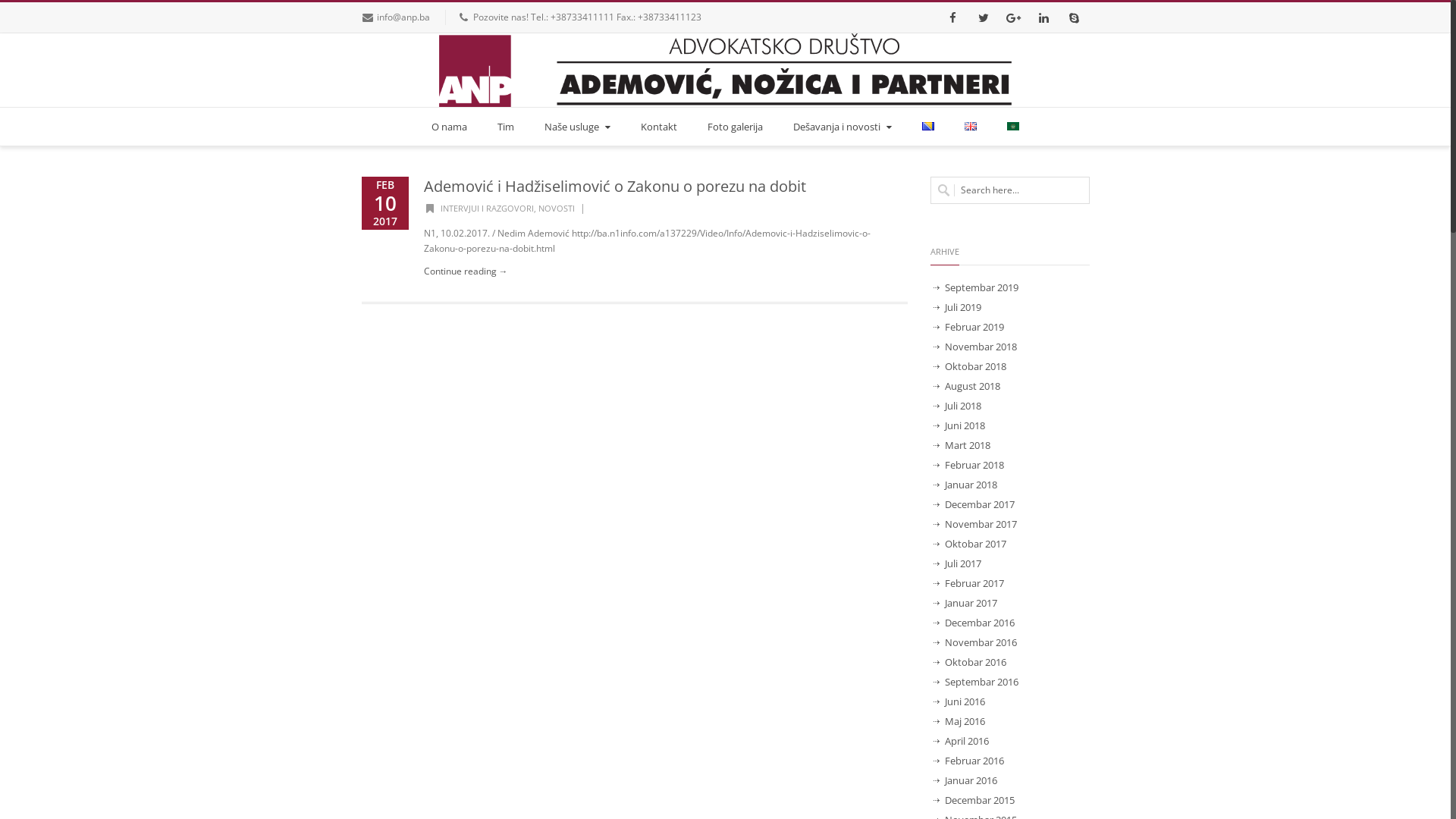  I want to click on 'Novembar 2018', so click(931, 346).